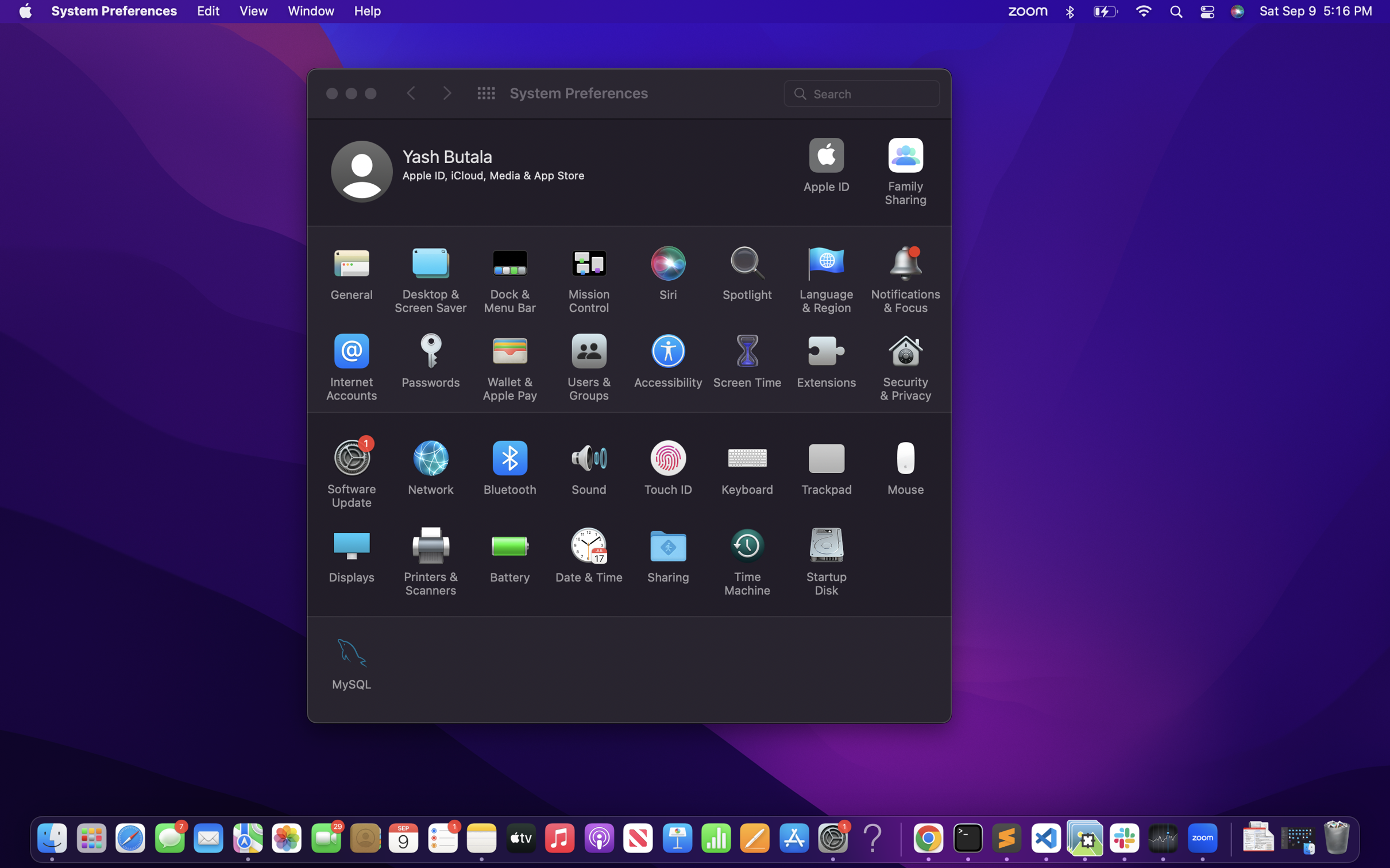  What do you see at coordinates (827, 464) in the screenshot?
I see `the settings for the trackpad` at bounding box center [827, 464].